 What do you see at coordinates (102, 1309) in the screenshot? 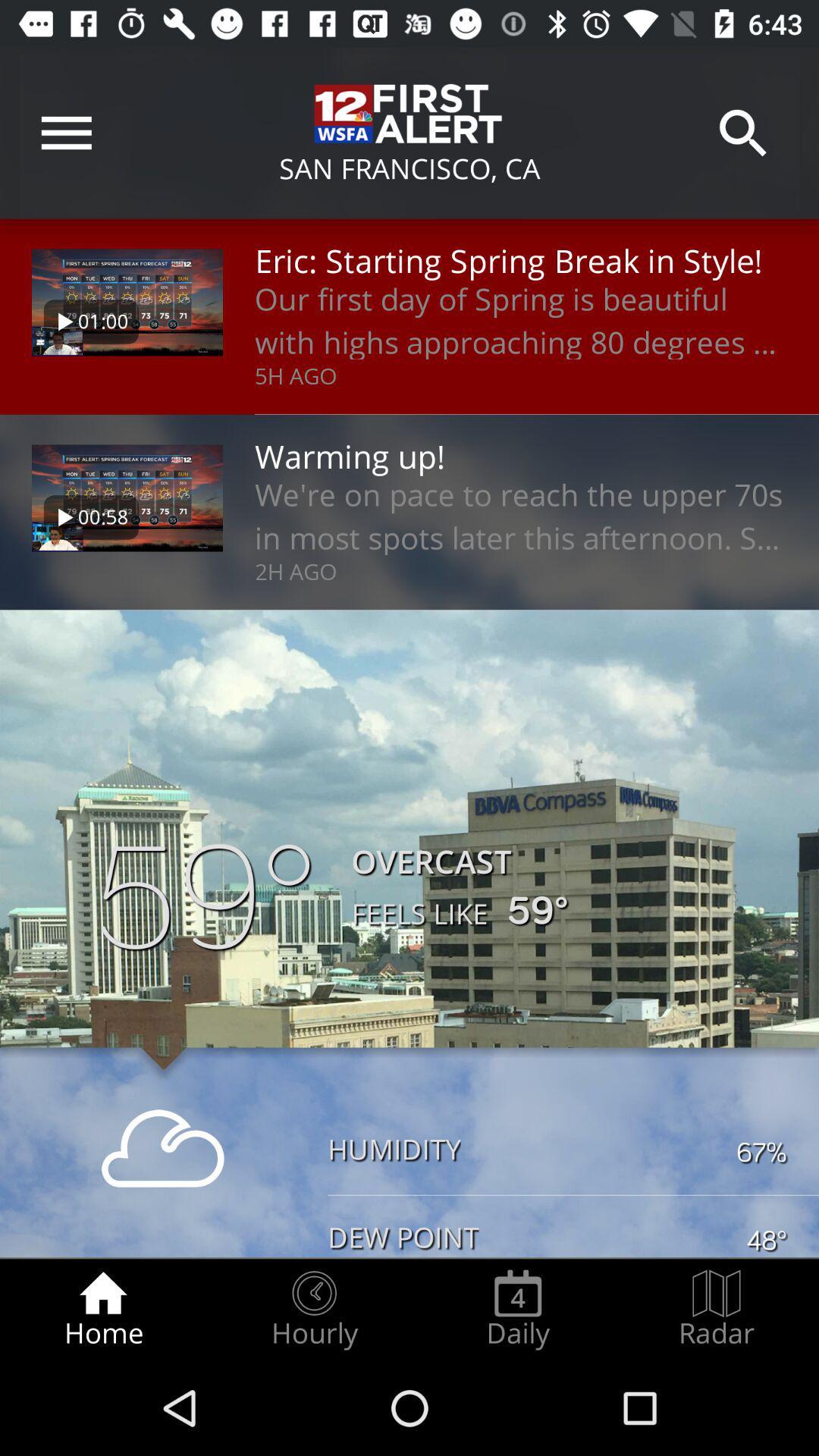
I see `icon next to hourly icon` at bounding box center [102, 1309].